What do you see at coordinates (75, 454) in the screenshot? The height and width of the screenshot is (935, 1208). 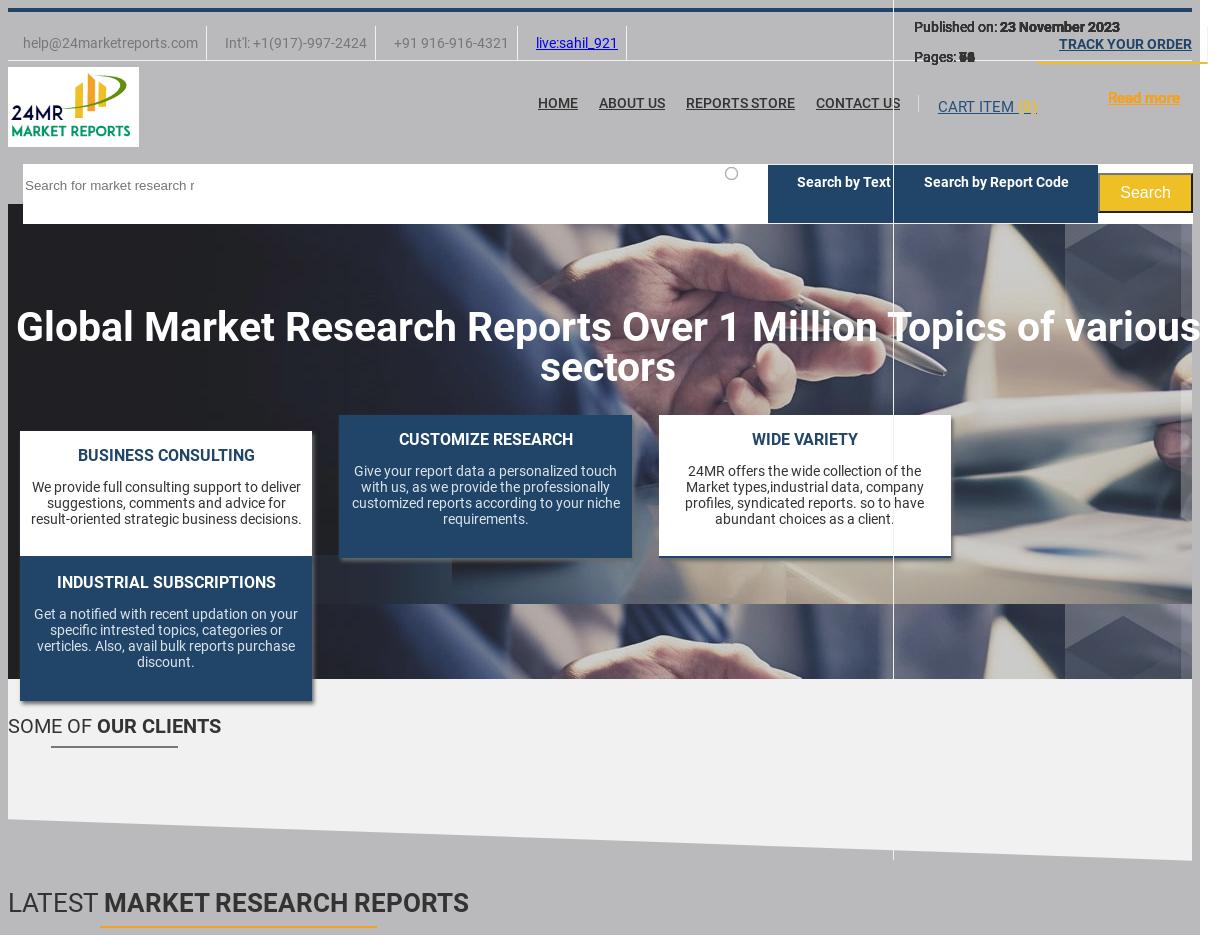 I see `'BUSINESS CONSULTING'` at bounding box center [75, 454].